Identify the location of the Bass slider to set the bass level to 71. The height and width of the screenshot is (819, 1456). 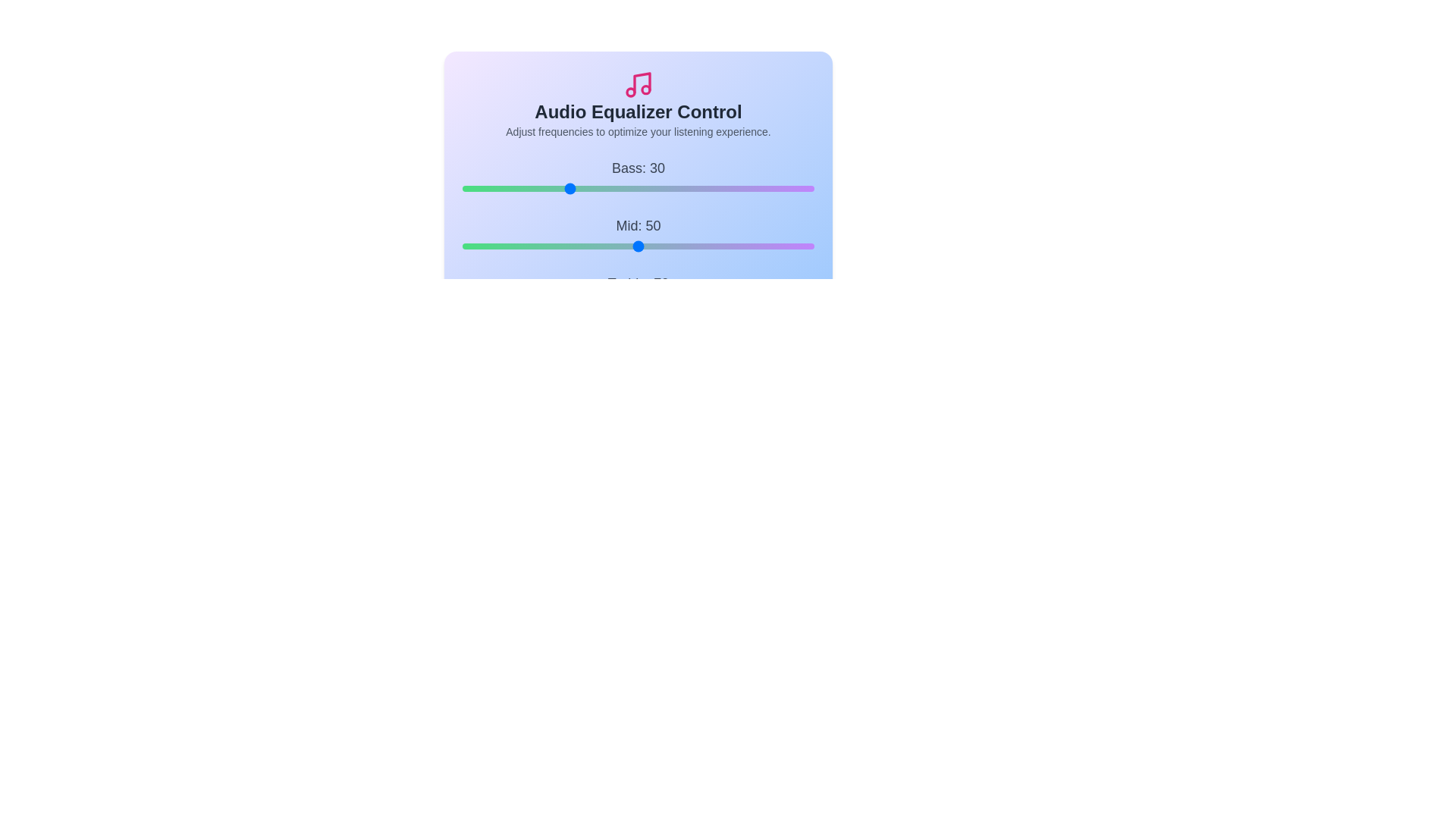
(711, 188).